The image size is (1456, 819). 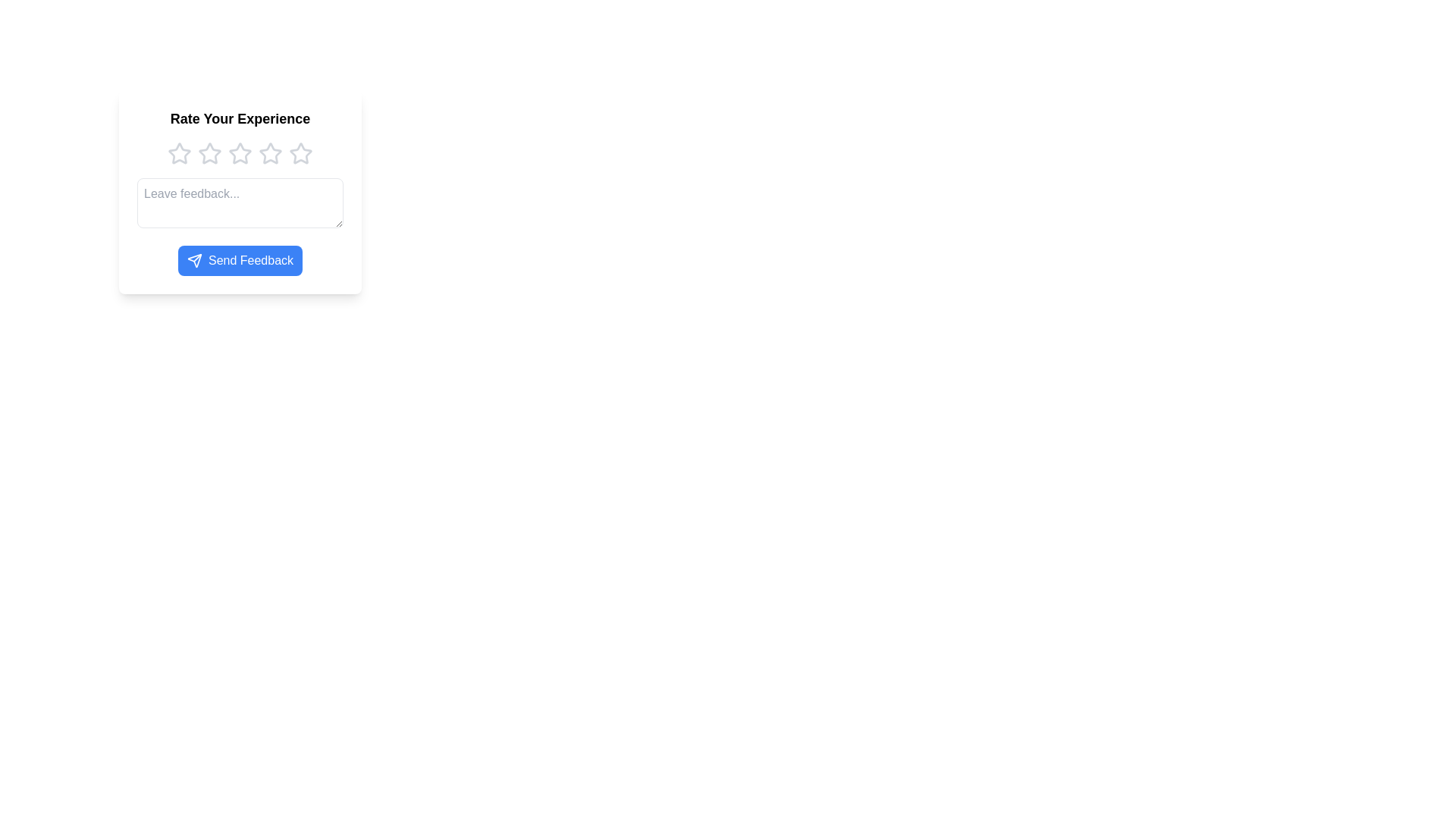 I want to click on the submit button for the feedback form, which is located at the bottom of the card layout, to change its background color, so click(x=239, y=259).